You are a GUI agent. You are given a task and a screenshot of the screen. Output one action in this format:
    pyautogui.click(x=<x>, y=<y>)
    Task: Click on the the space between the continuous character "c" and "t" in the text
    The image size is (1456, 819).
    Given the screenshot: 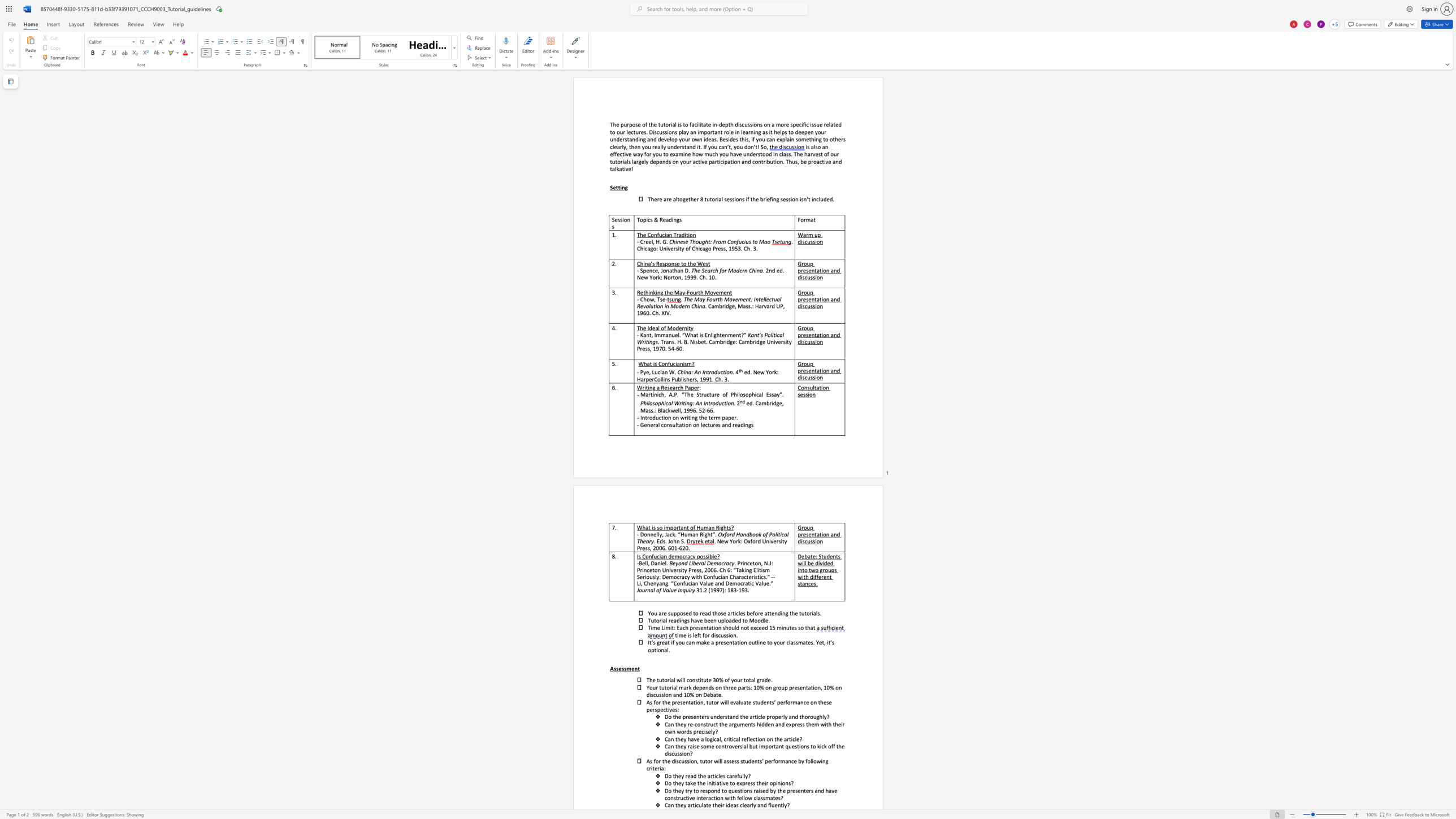 What is the action you would take?
    pyautogui.click(x=697, y=161)
    